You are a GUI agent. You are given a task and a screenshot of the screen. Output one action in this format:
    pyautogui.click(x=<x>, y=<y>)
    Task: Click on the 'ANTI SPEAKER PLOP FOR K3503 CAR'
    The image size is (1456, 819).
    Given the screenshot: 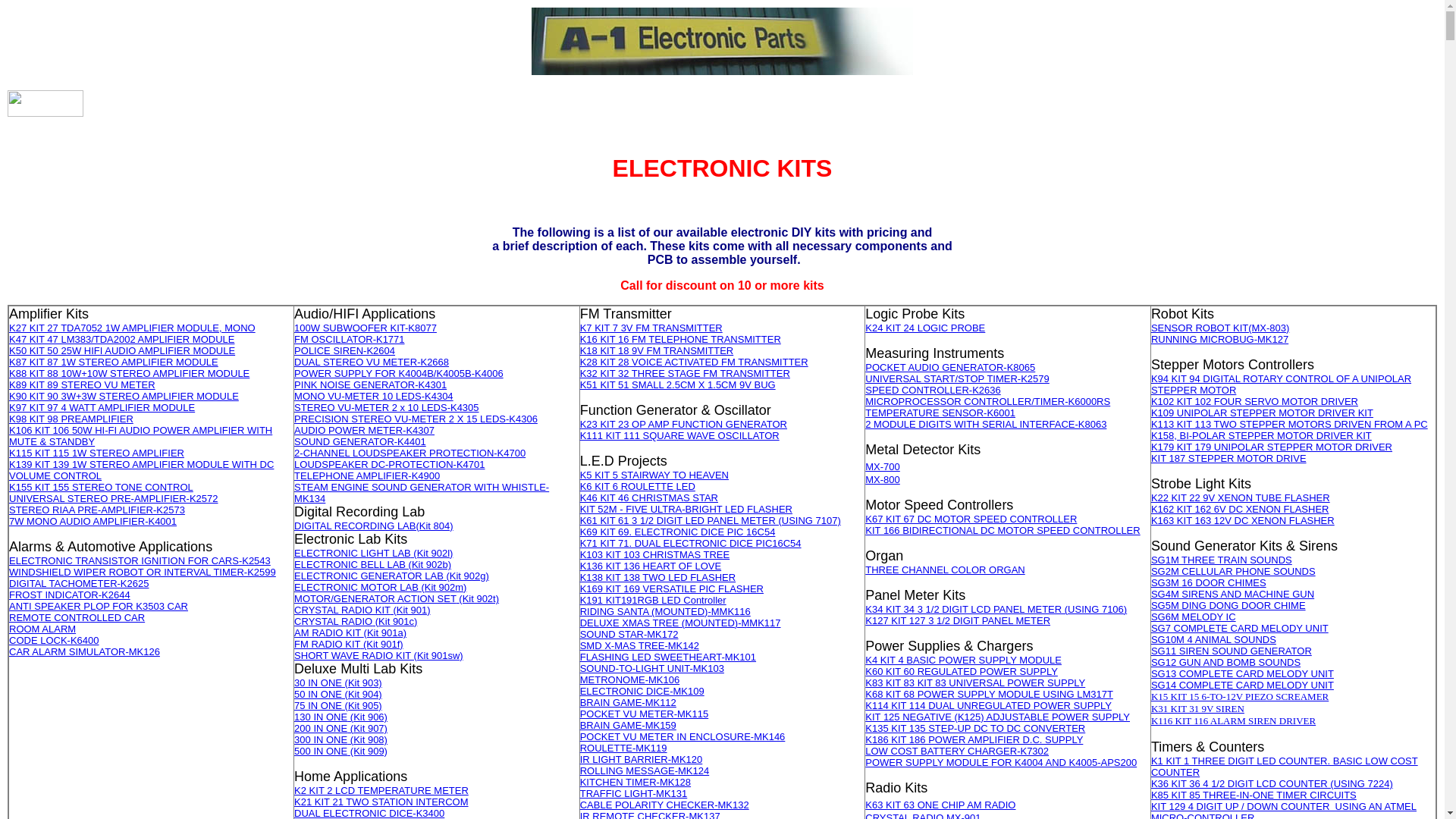 What is the action you would take?
    pyautogui.click(x=97, y=605)
    